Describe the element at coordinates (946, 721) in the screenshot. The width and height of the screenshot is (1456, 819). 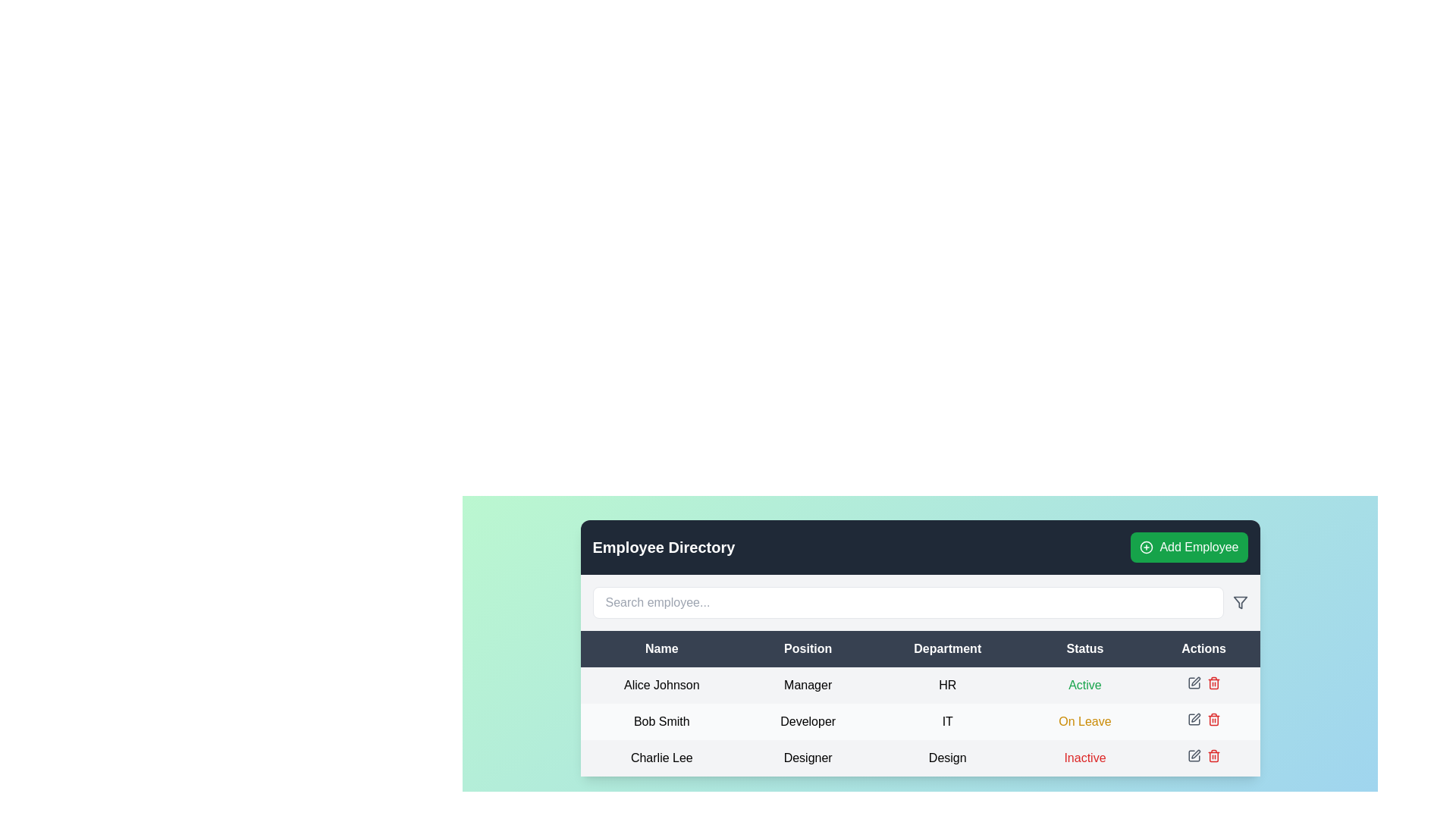
I see `the 'IT' text field in the 'Department' column for the employee 'Bob Smith' in the employee table` at that location.